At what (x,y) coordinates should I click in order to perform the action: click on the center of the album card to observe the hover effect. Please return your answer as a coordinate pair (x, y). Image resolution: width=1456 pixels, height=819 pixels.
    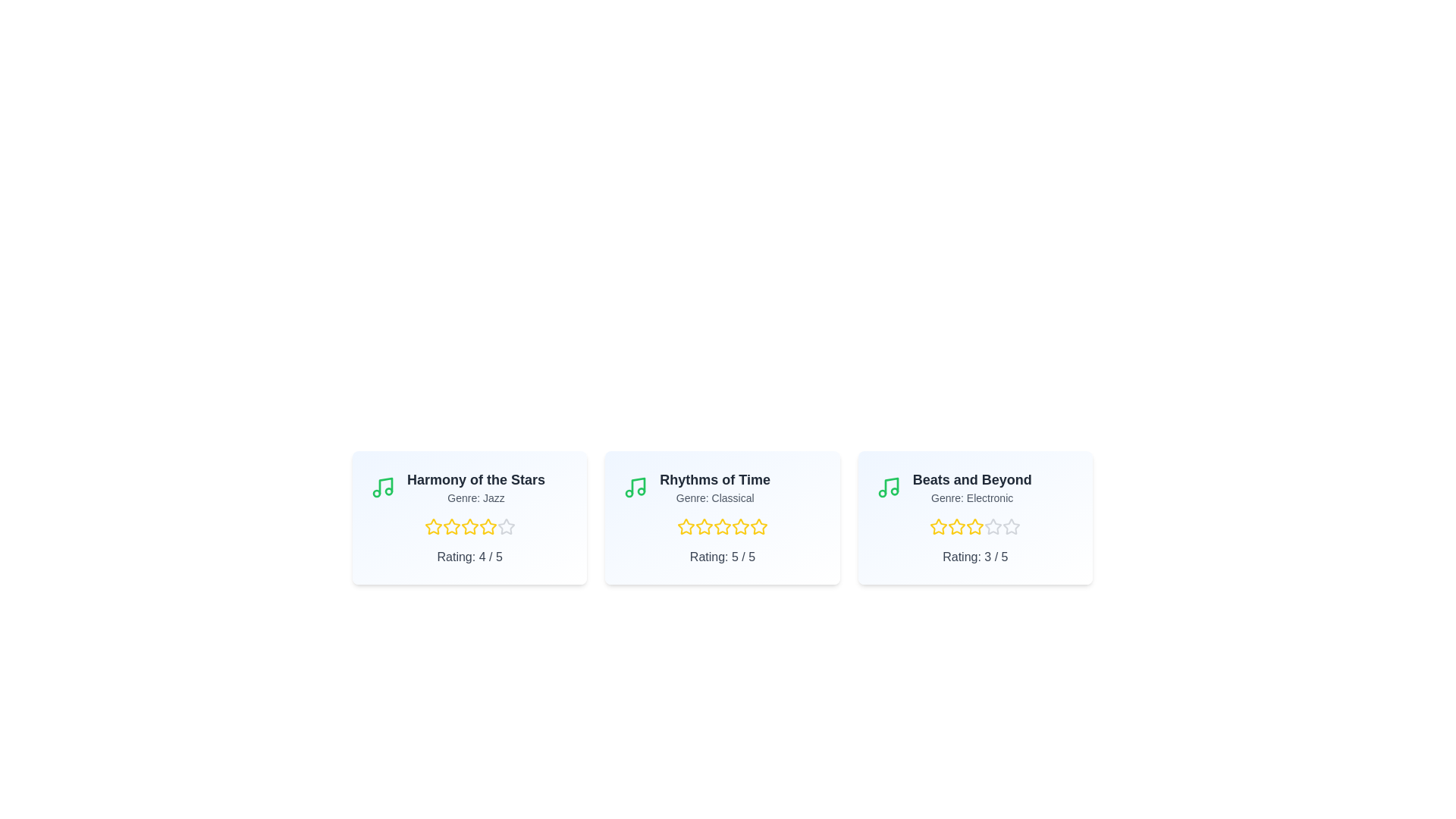
    Looking at the image, I should click on (469, 516).